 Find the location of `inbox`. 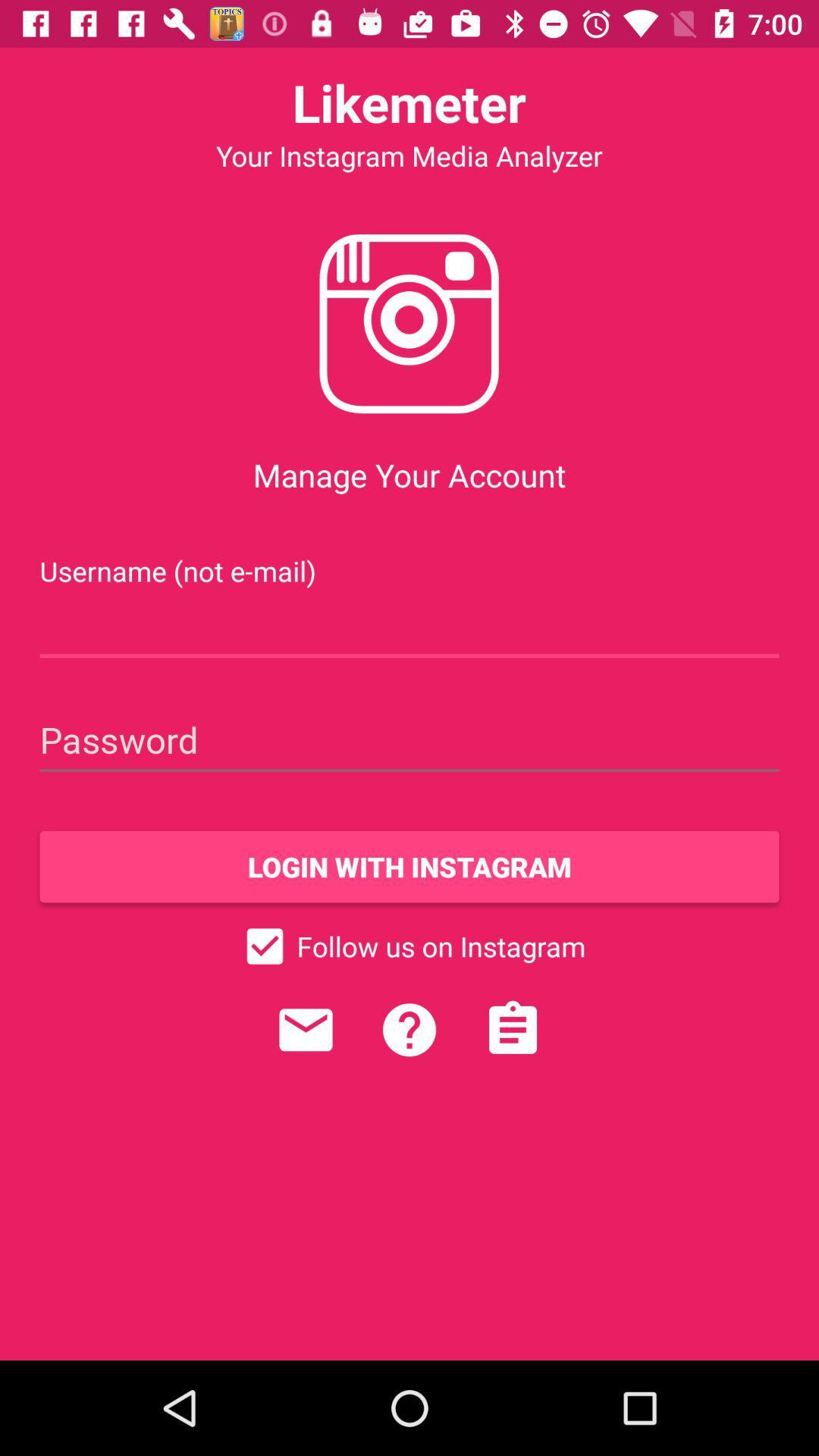

inbox is located at coordinates (306, 1030).